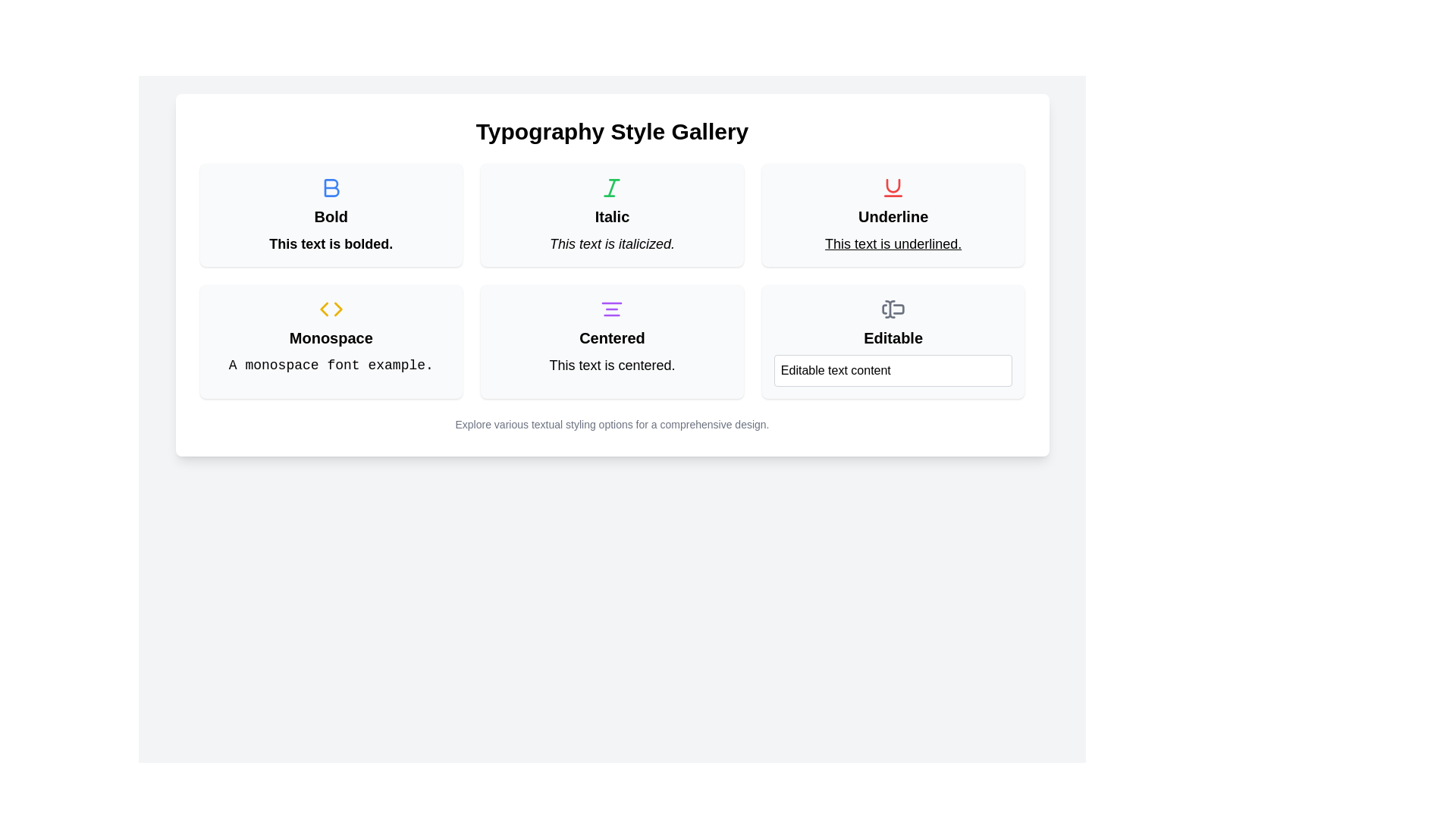  What do you see at coordinates (612, 243) in the screenshot?
I see `the italicized text reading 'This text is italicized.' located within the card labeled 'Italic'` at bounding box center [612, 243].